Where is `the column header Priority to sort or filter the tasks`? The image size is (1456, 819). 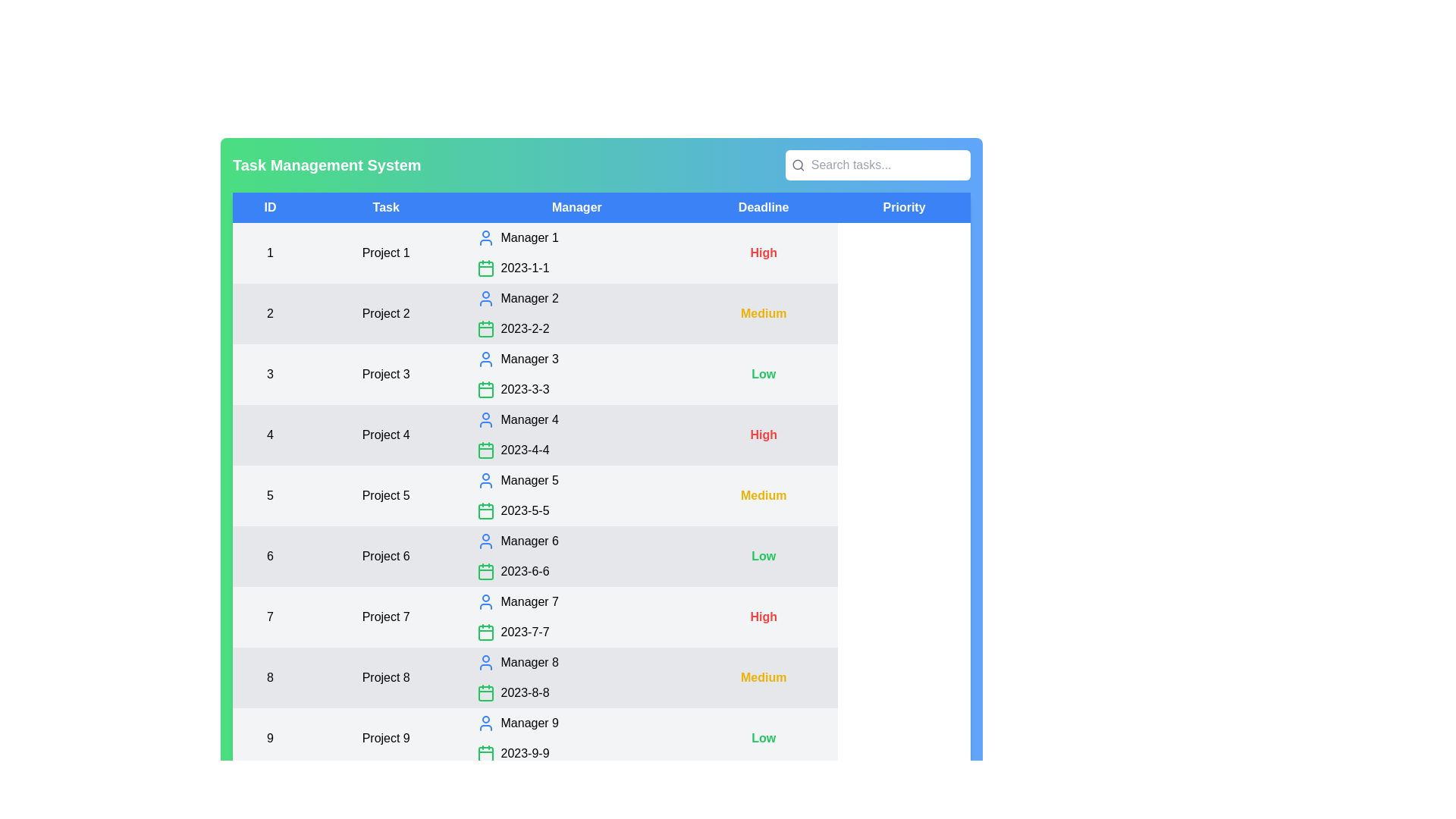 the column header Priority to sort or filter the tasks is located at coordinates (905, 207).